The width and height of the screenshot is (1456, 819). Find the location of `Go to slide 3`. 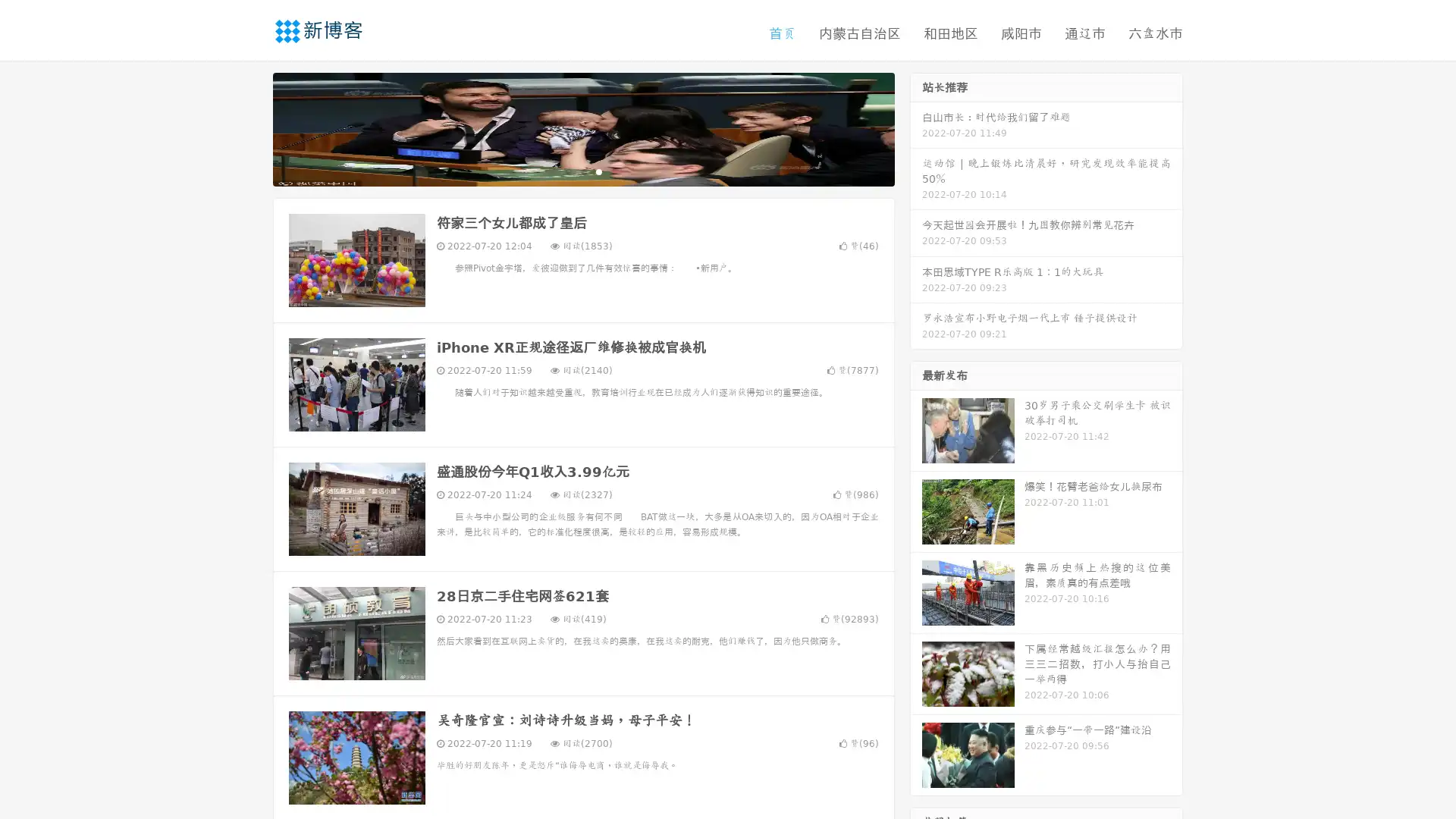

Go to slide 3 is located at coordinates (598, 171).